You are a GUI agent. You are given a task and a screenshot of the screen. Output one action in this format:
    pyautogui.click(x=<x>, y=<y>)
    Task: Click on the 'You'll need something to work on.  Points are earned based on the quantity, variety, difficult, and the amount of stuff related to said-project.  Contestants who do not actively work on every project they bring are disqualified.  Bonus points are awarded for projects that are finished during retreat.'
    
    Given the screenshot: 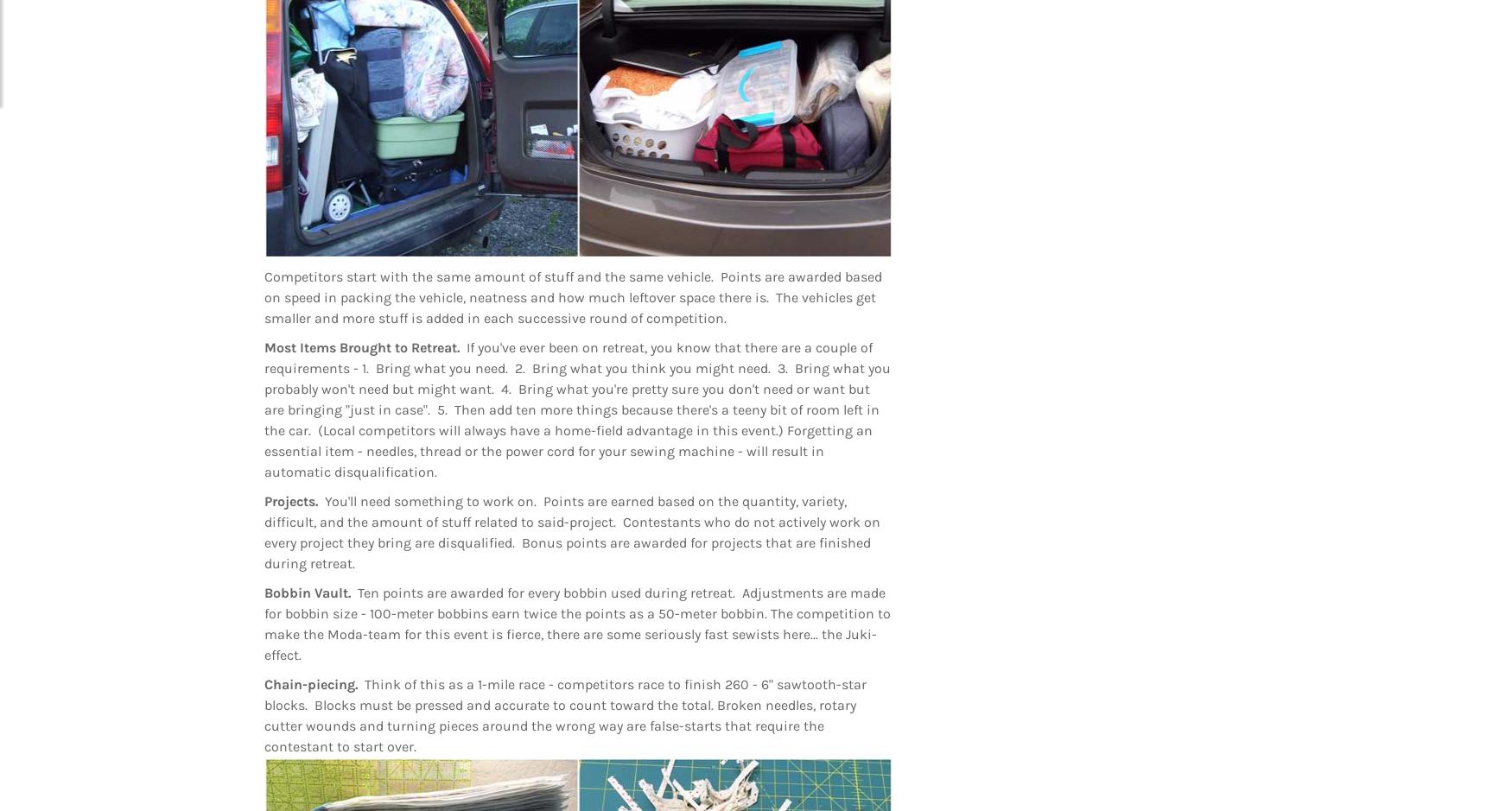 What is the action you would take?
    pyautogui.click(x=571, y=531)
    